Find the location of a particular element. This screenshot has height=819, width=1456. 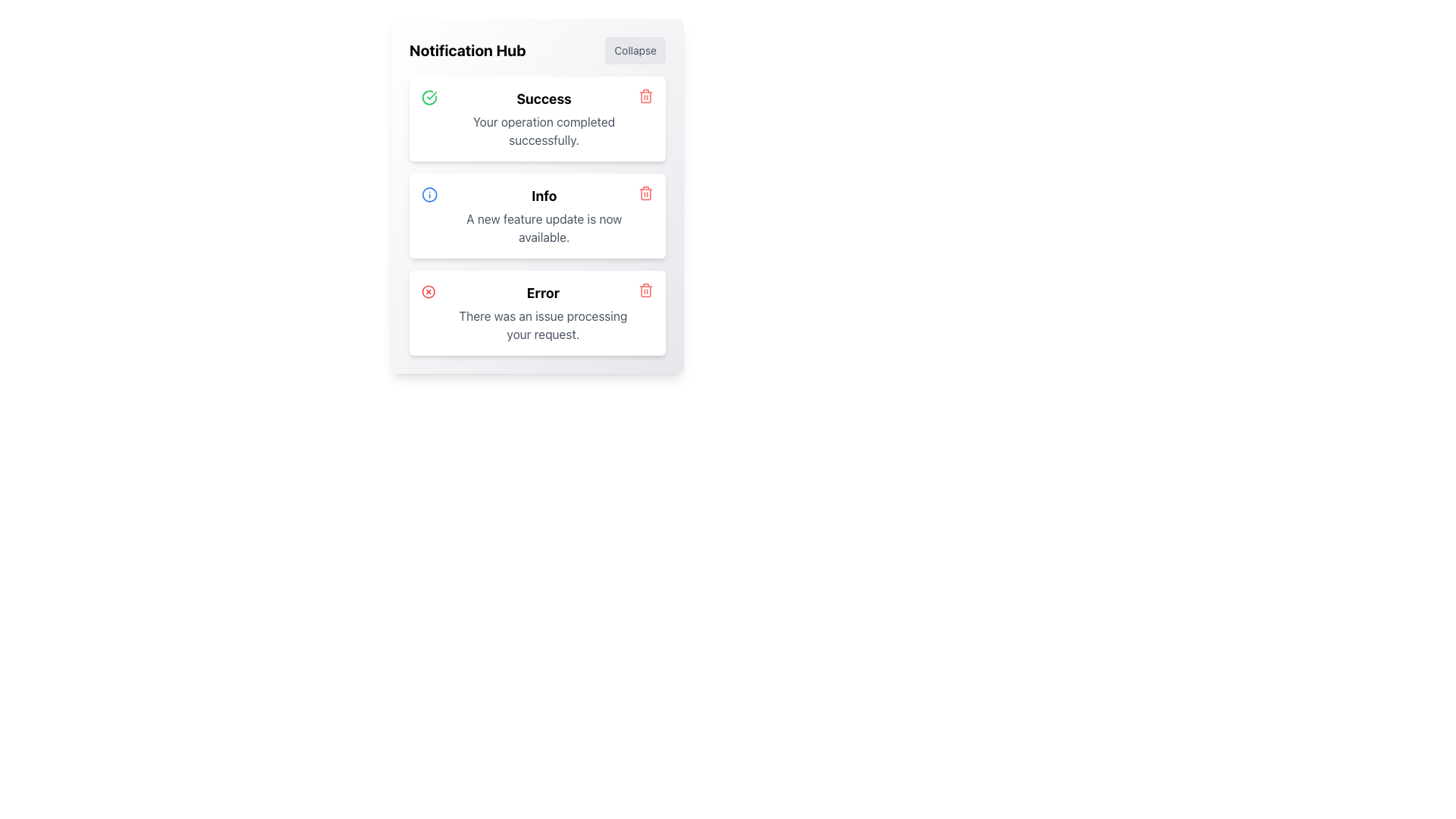

the text label displaying 'Your operation completed successfully.' which is located below the 'Success' heading in the first notification card of the 'Notification Hub' interface is located at coordinates (544, 130).